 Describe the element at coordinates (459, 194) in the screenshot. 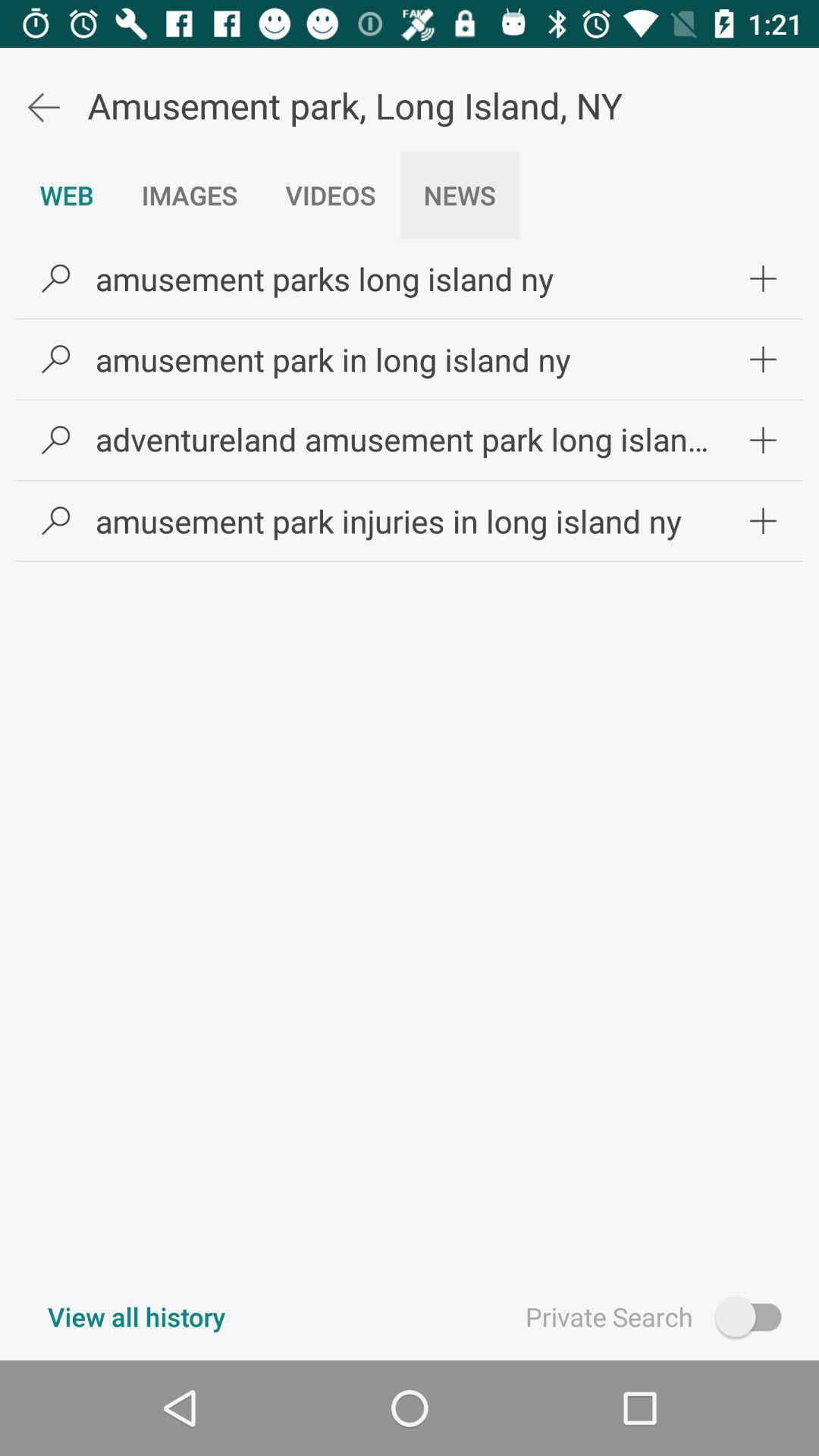

I see `icon above the amusement parks long icon` at that location.